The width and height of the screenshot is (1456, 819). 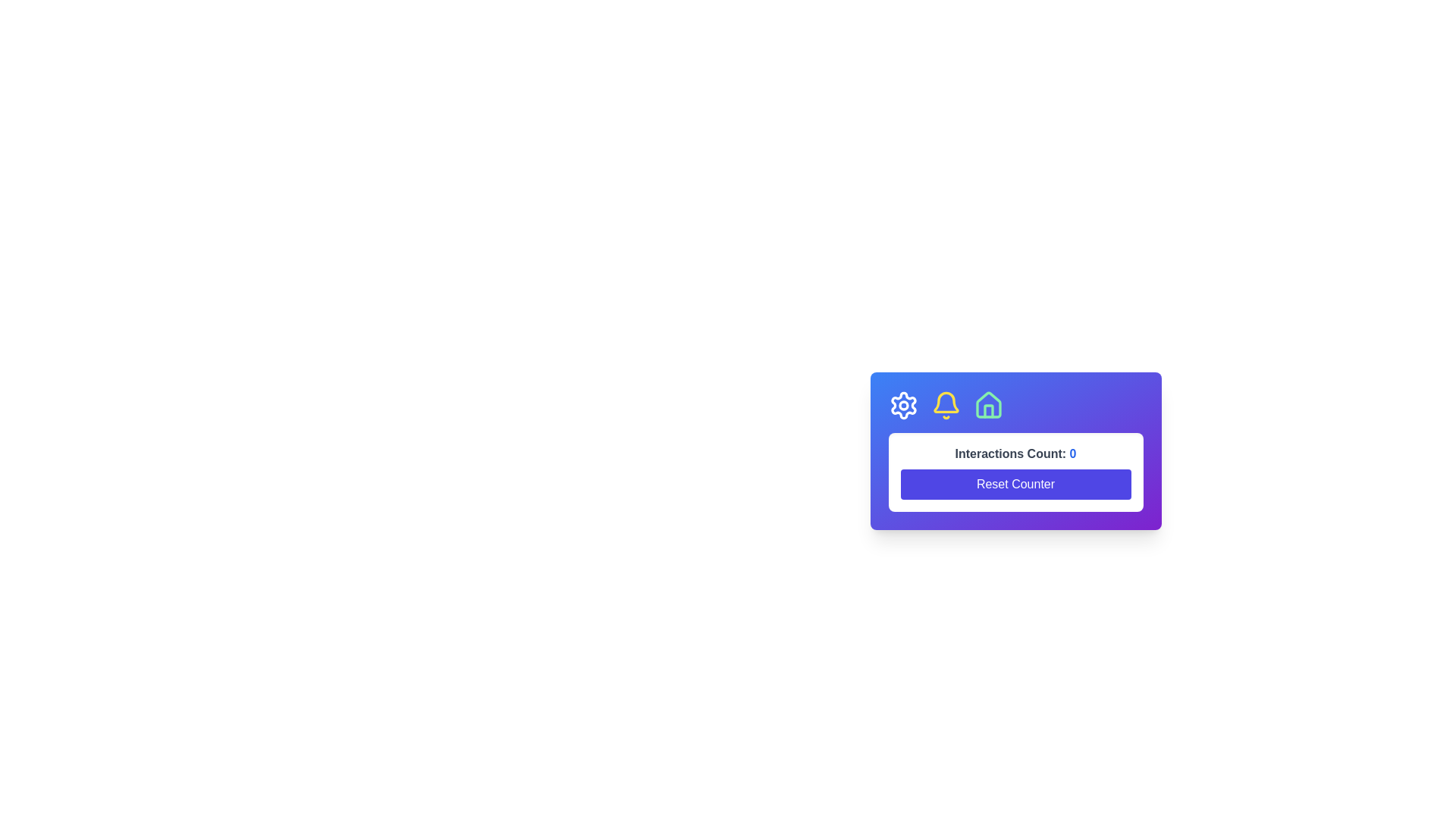 I want to click on the settings icon located at the top of the purple interface section, so click(x=903, y=405).